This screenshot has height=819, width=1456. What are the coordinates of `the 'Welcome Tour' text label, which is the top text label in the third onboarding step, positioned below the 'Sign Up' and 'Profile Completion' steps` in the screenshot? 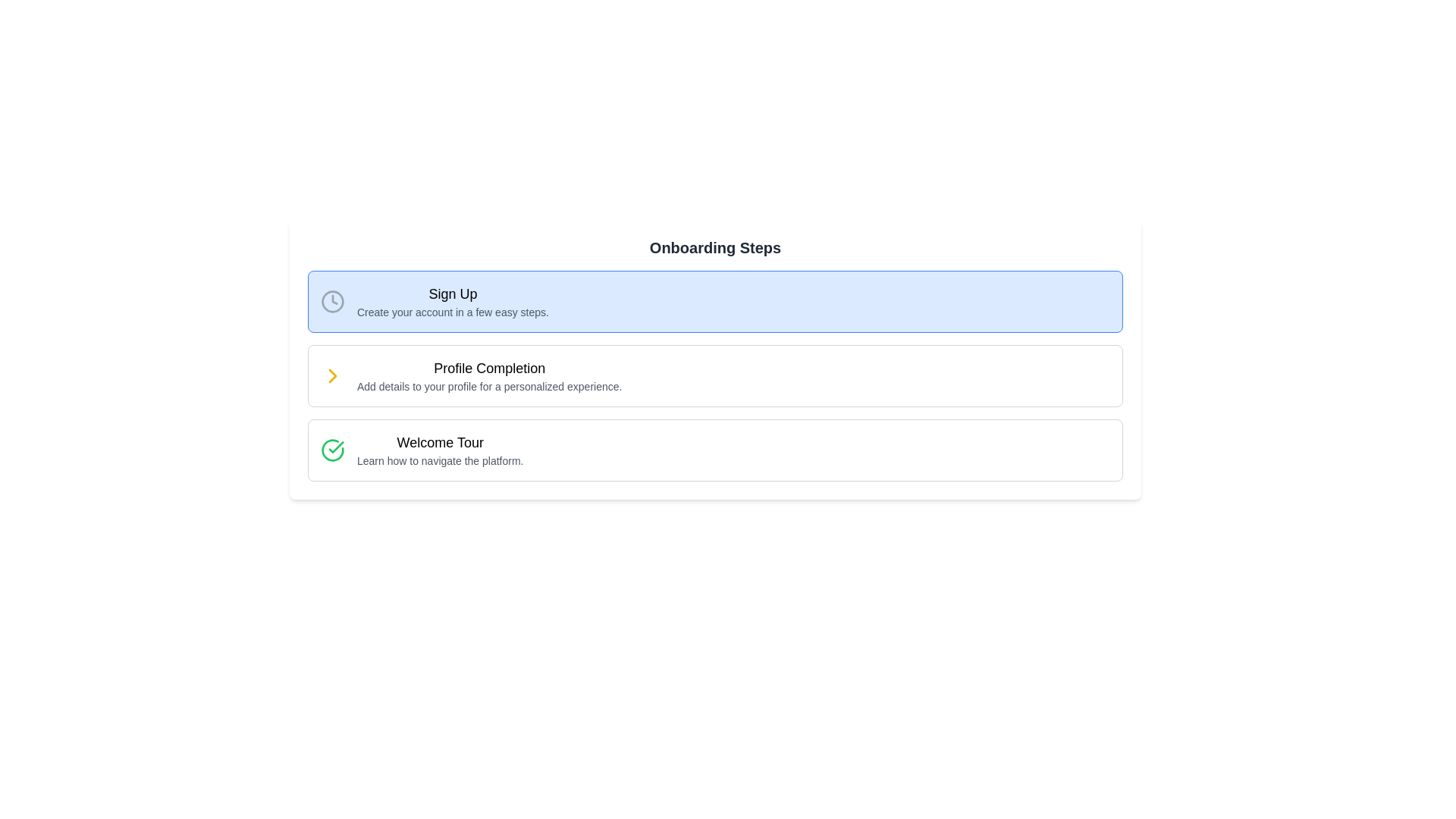 It's located at (439, 442).